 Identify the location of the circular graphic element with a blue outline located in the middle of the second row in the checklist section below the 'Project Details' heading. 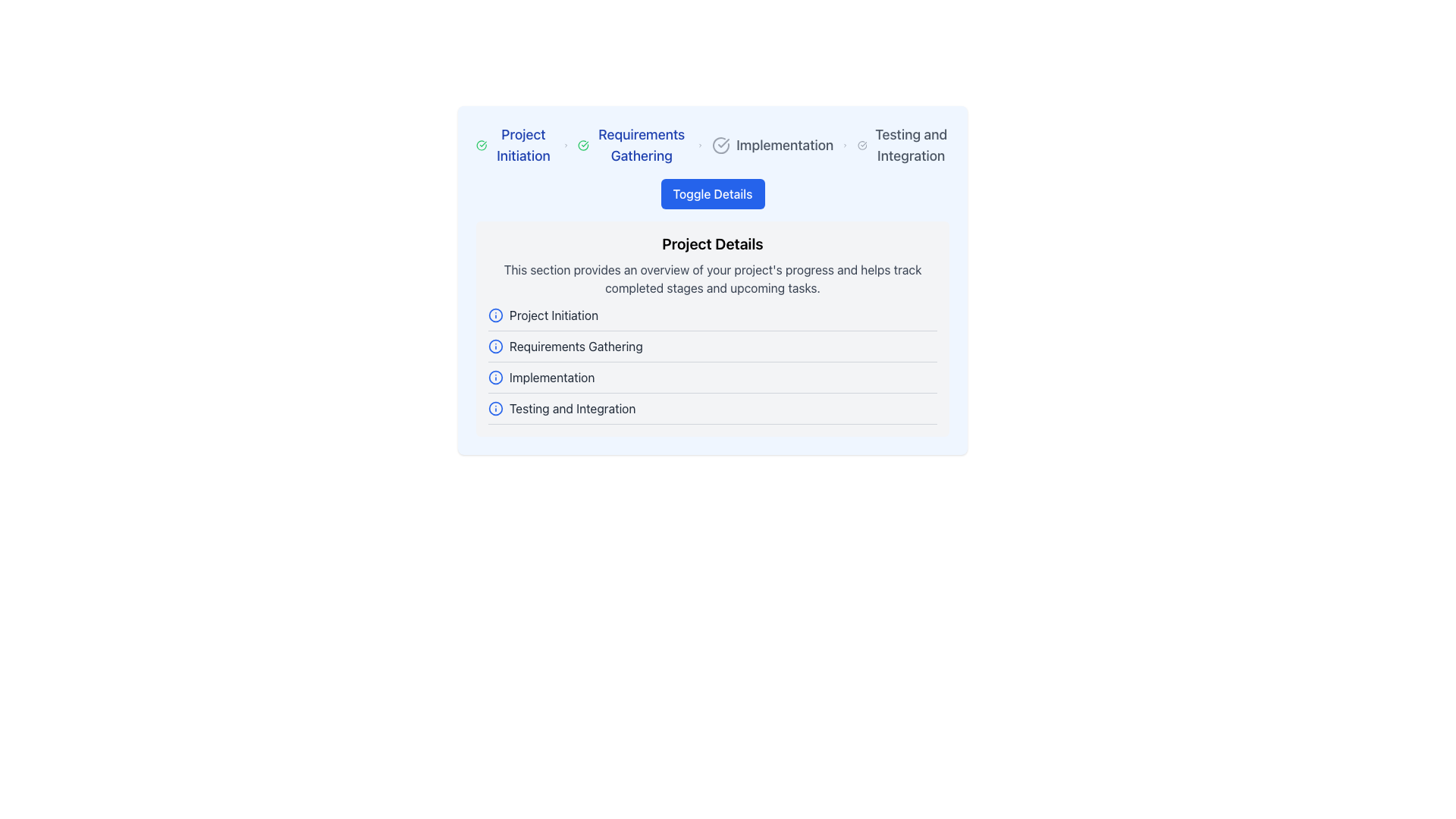
(495, 346).